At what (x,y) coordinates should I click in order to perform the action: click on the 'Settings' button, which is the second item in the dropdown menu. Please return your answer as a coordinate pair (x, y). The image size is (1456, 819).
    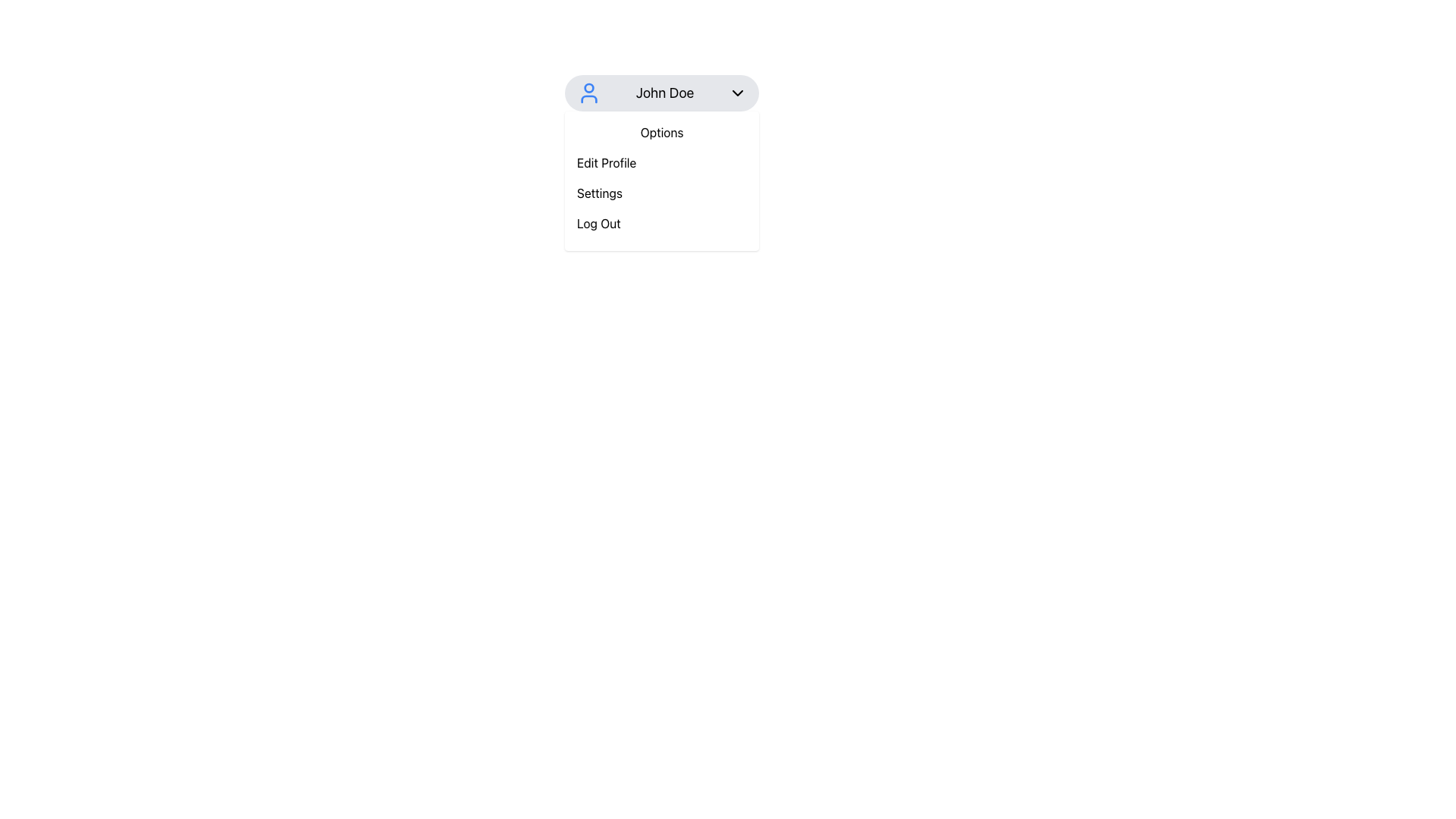
    Looking at the image, I should click on (662, 192).